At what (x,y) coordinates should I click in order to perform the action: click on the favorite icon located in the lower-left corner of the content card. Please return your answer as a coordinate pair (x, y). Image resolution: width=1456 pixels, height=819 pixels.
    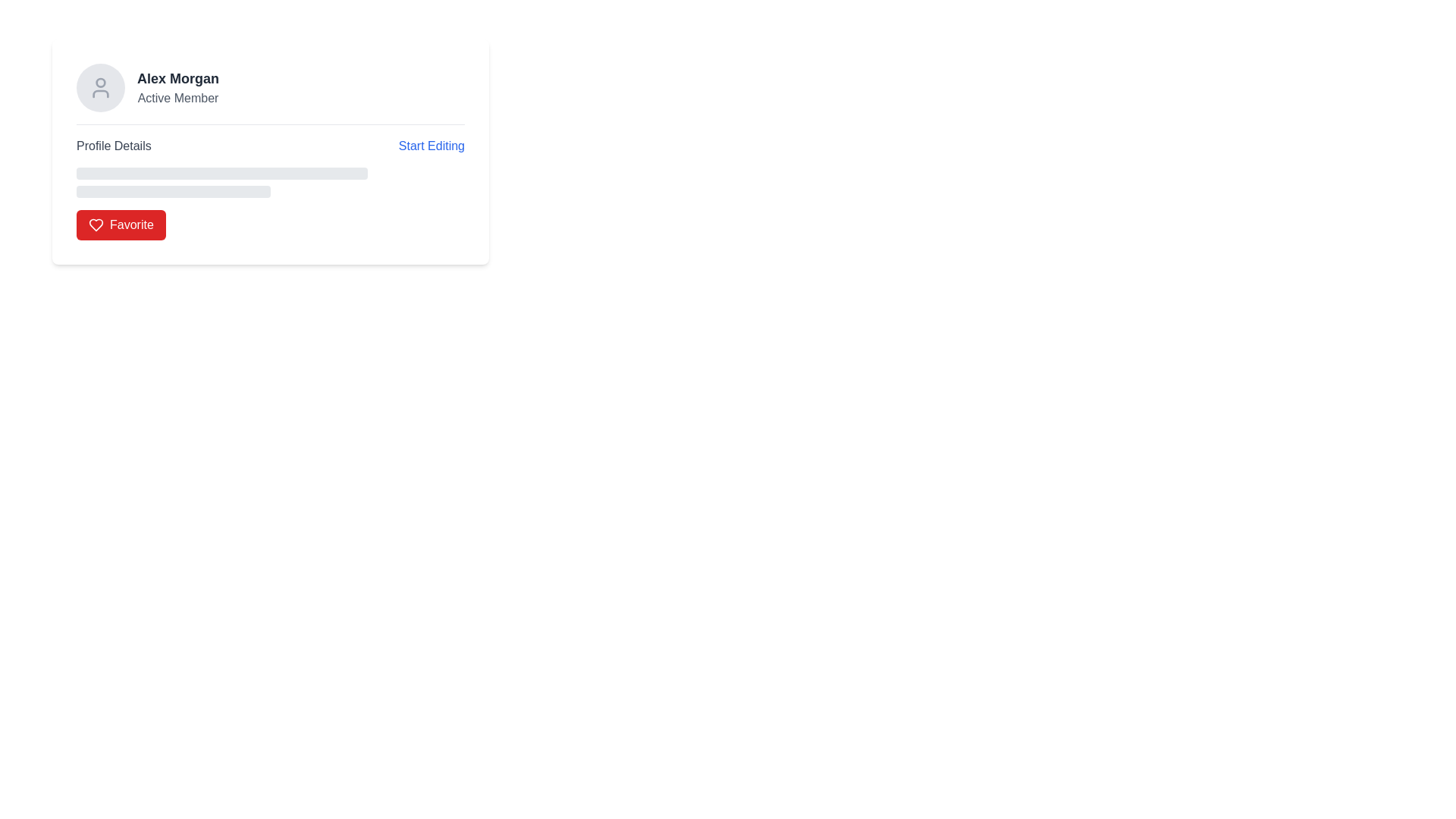
    Looking at the image, I should click on (95, 225).